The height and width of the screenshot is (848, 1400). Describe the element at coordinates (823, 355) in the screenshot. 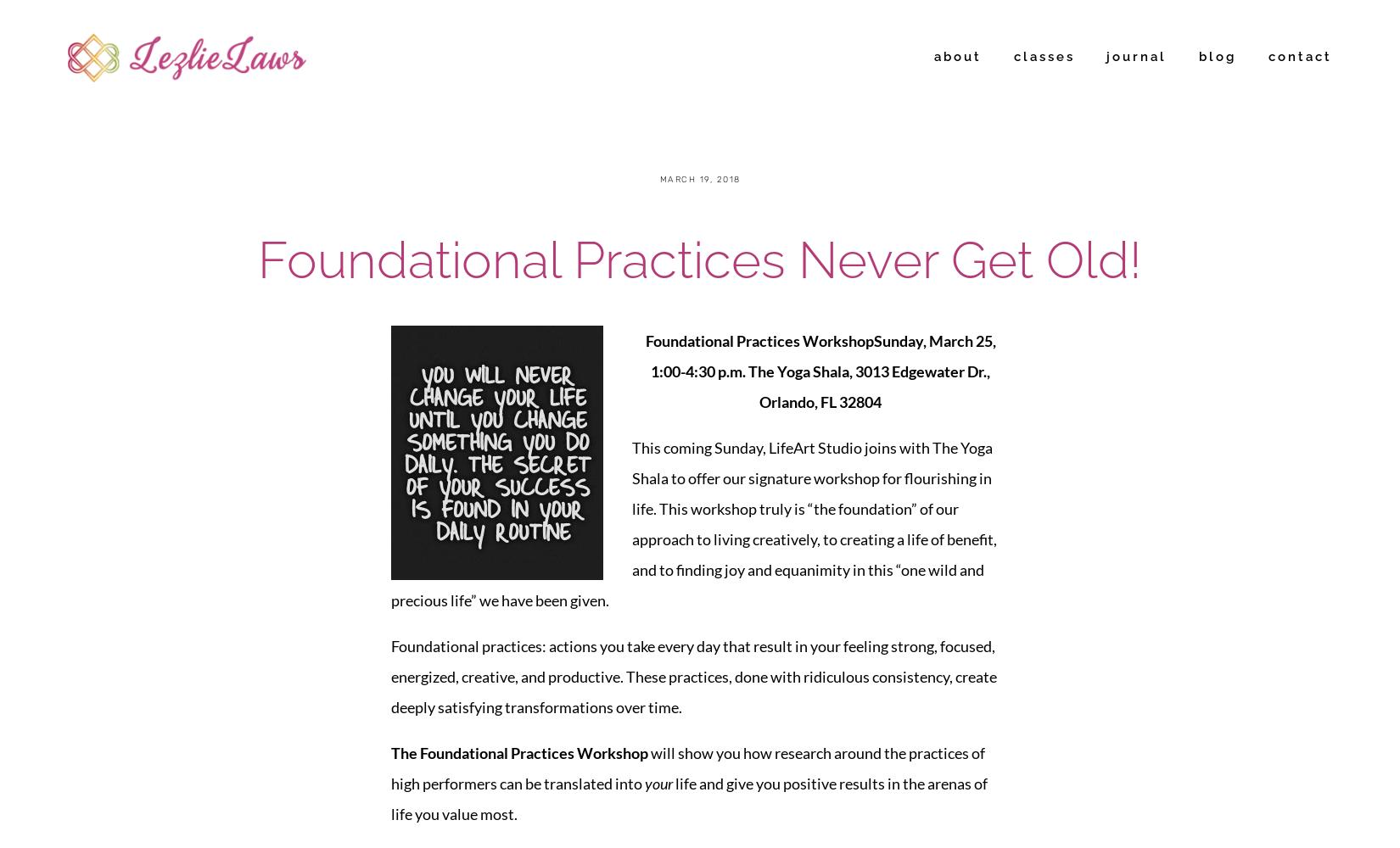

I see `'Sunday, March 25, 1:00-4:30 p.m.'` at that location.